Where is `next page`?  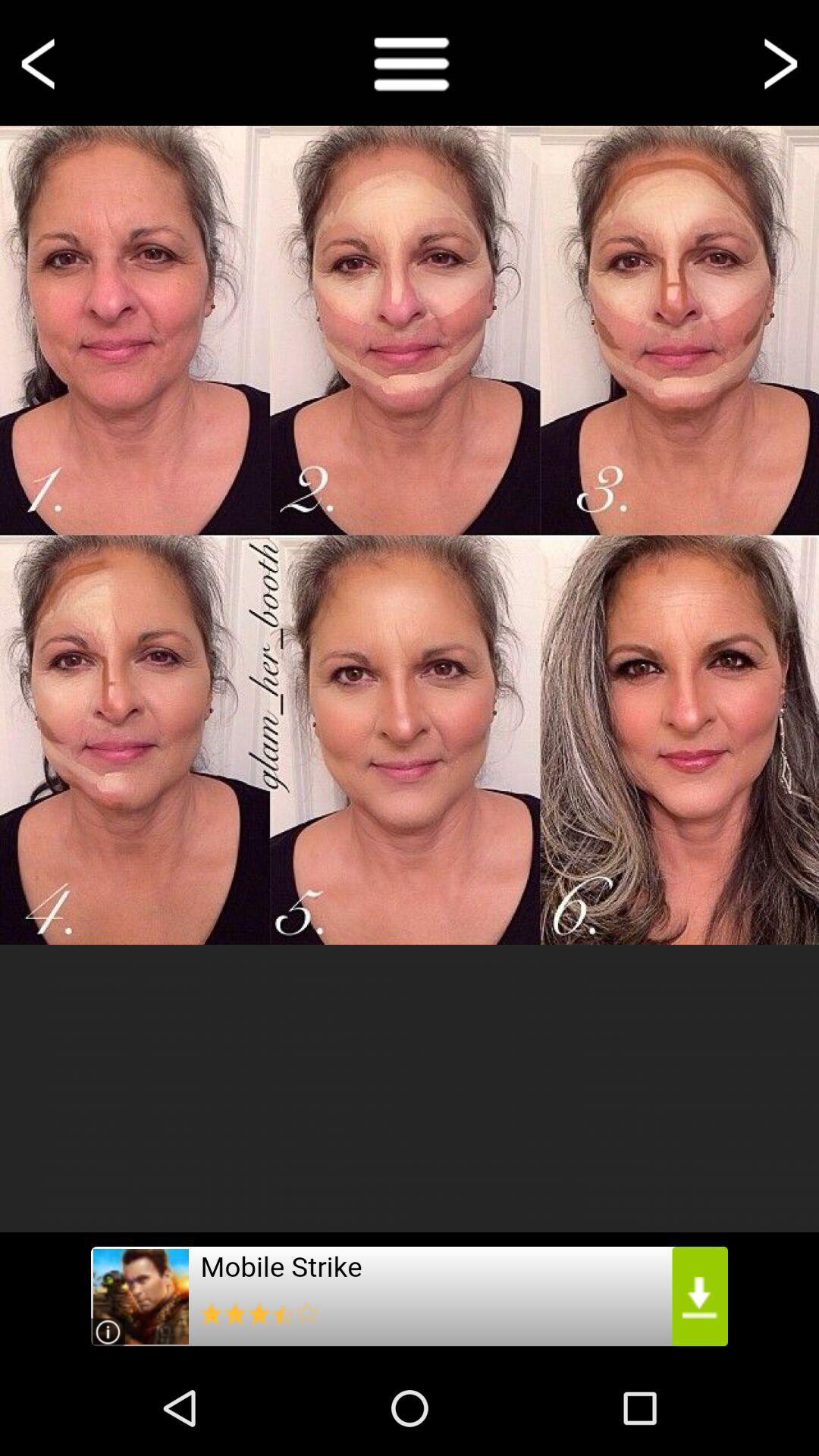
next page is located at coordinates (778, 61).